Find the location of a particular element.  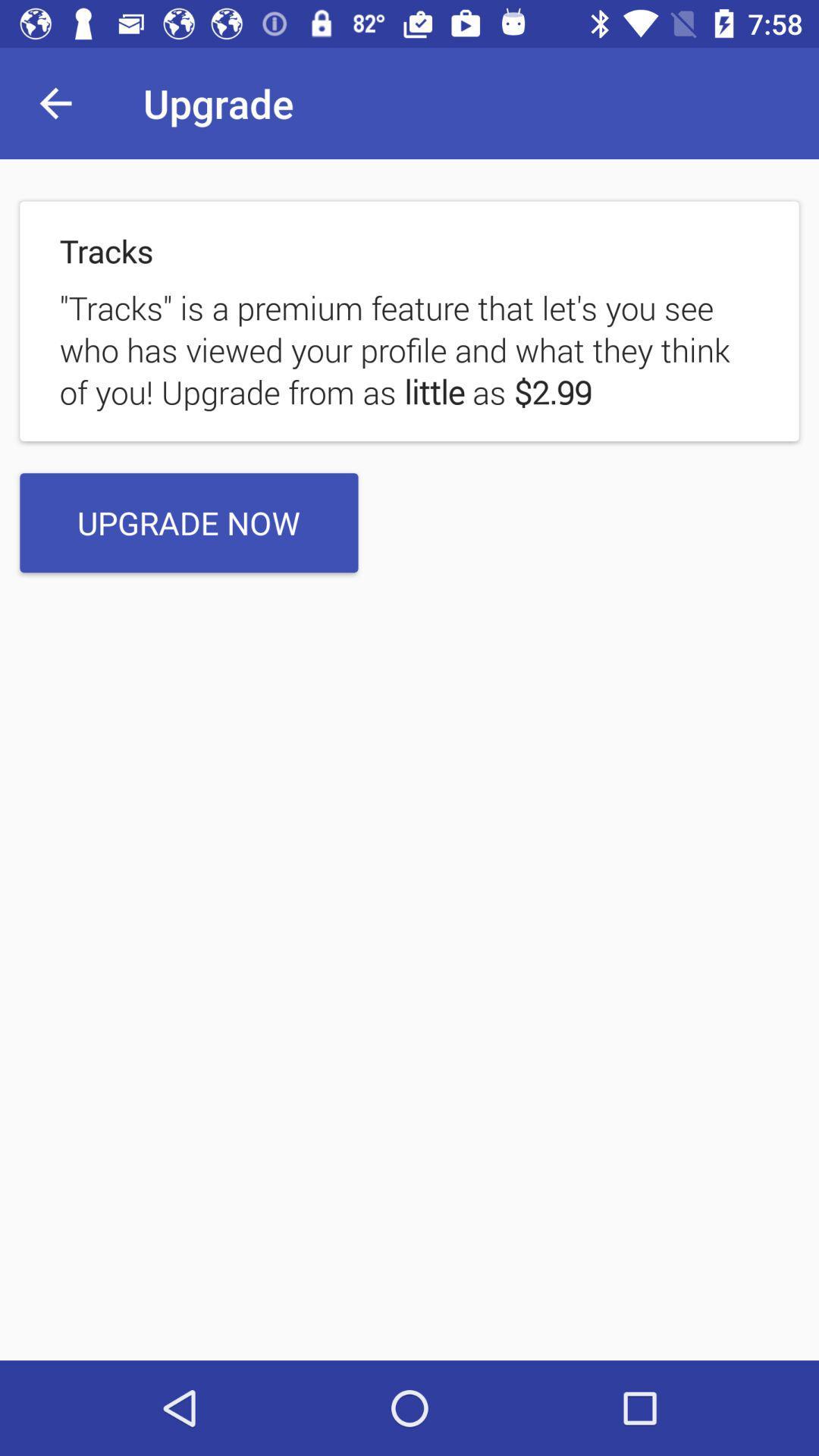

icon to the left of the upgrade is located at coordinates (55, 102).